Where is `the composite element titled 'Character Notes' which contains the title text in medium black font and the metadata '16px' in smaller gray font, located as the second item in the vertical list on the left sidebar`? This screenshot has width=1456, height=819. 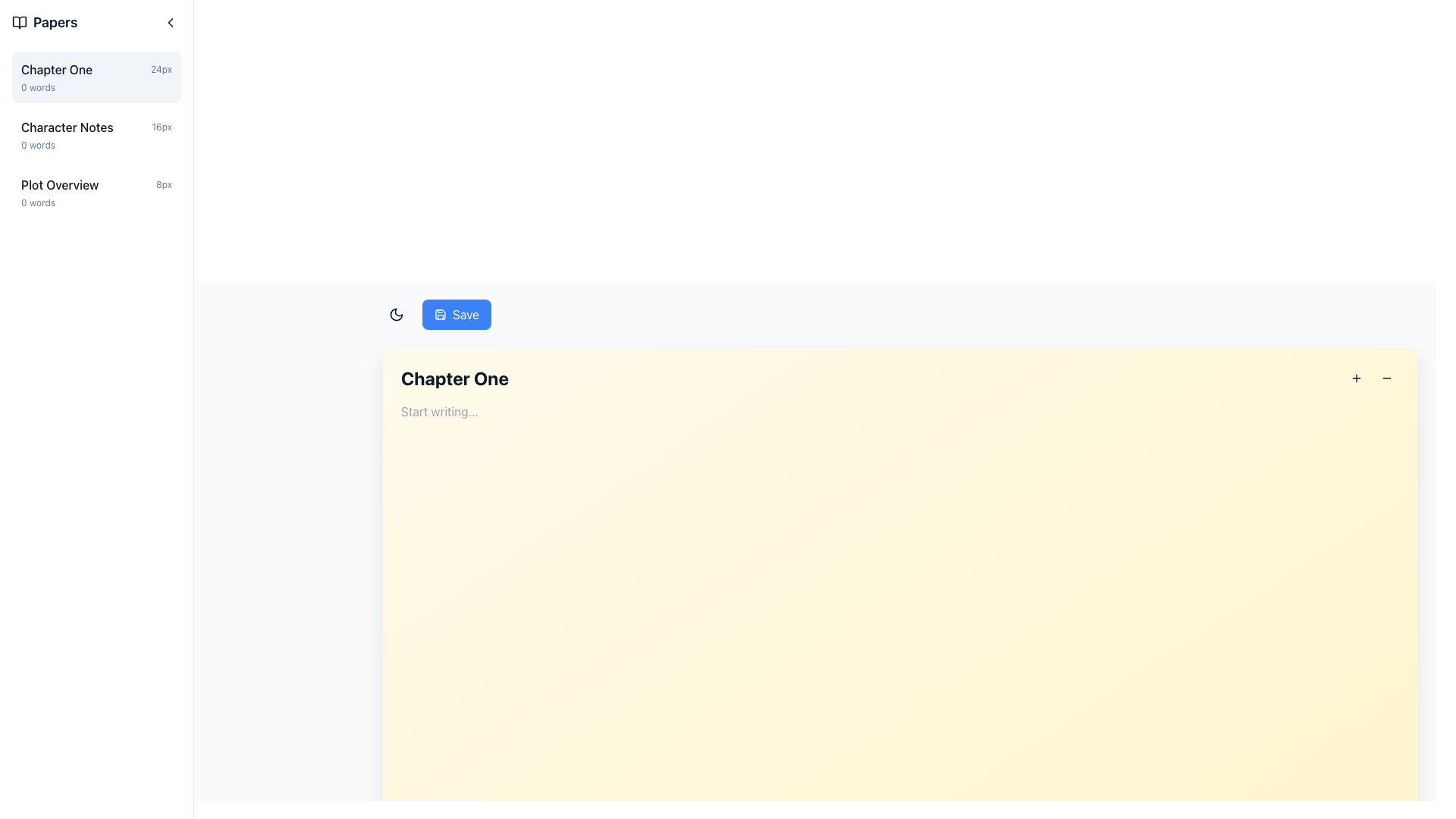 the composite element titled 'Character Notes' which contains the title text in medium black font and the metadata '16px' in smaller gray font, located as the second item in the vertical list on the left sidebar is located at coordinates (96, 127).